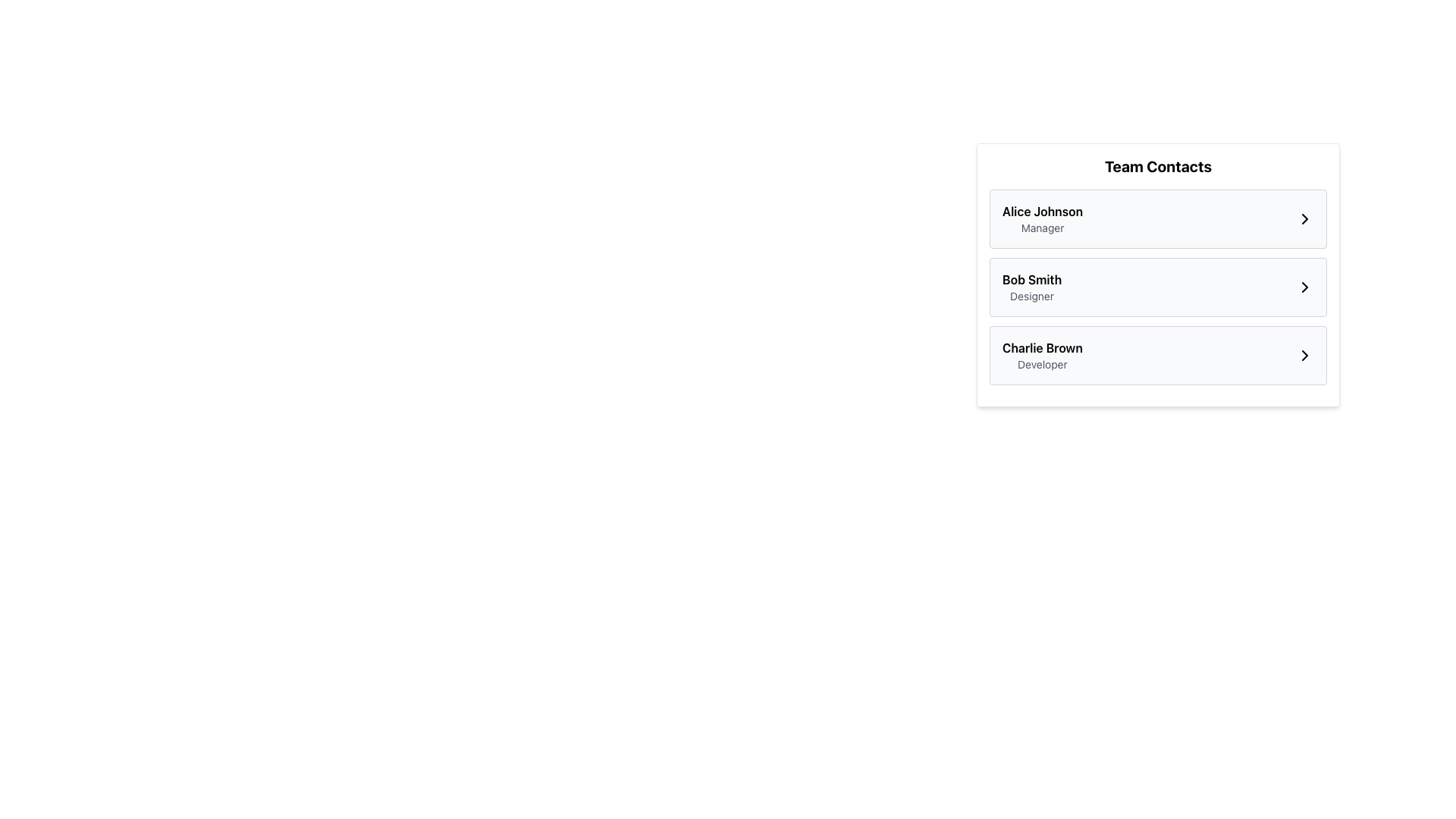 The height and width of the screenshot is (819, 1456). I want to click on the contact entry for 'Charlie Brown', whose role is 'Developer', in the Team Contacts section, so click(1157, 356).